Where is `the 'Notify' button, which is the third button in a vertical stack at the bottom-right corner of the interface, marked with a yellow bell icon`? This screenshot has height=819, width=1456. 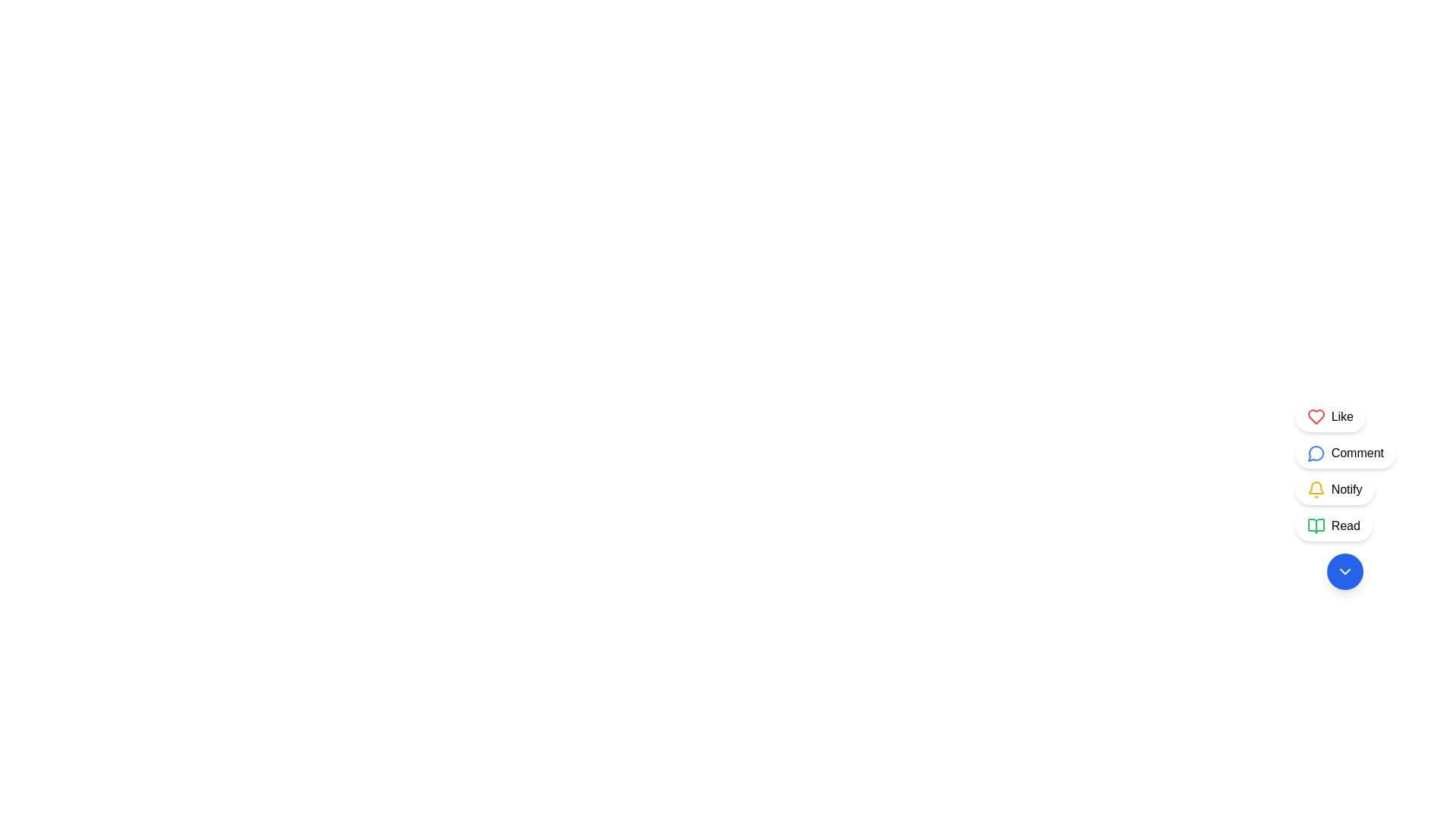 the 'Notify' button, which is the third button in a vertical stack at the bottom-right corner of the interface, marked with a yellow bell icon is located at coordinates (1345, 496).